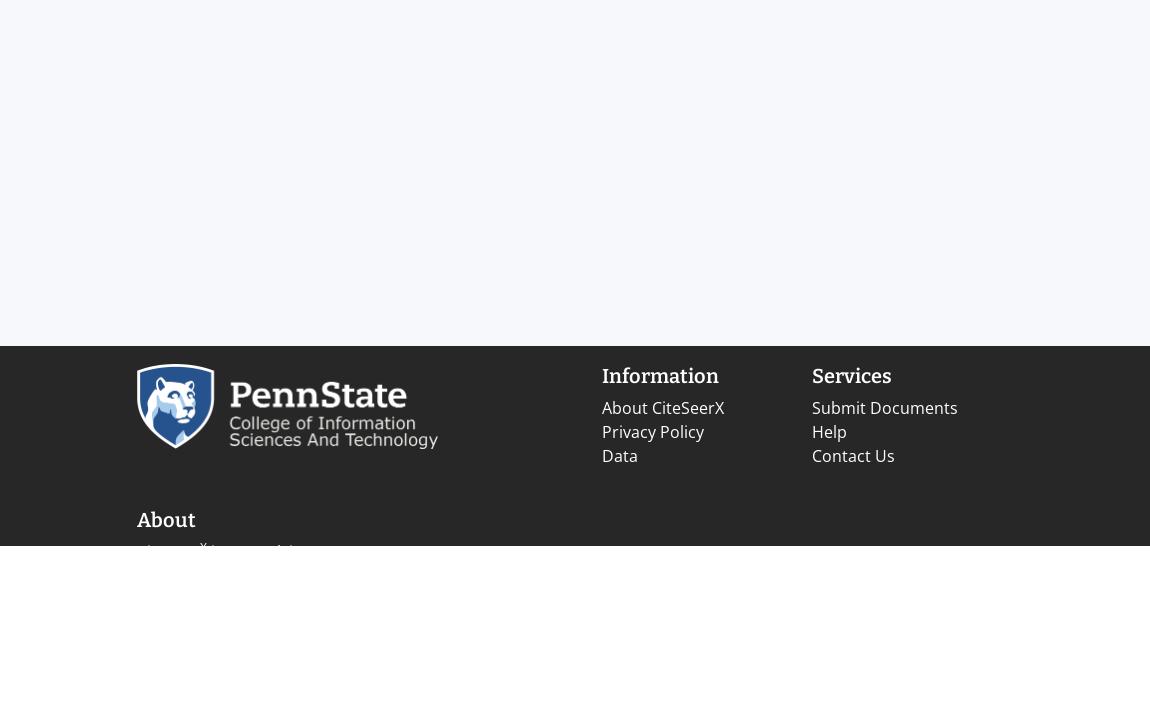 The width and height of the screenshot is (1150, 727). What do you see at coordinates (165, 519) in the screenshot?
I see `'About'` at bounding box center [165, 519].